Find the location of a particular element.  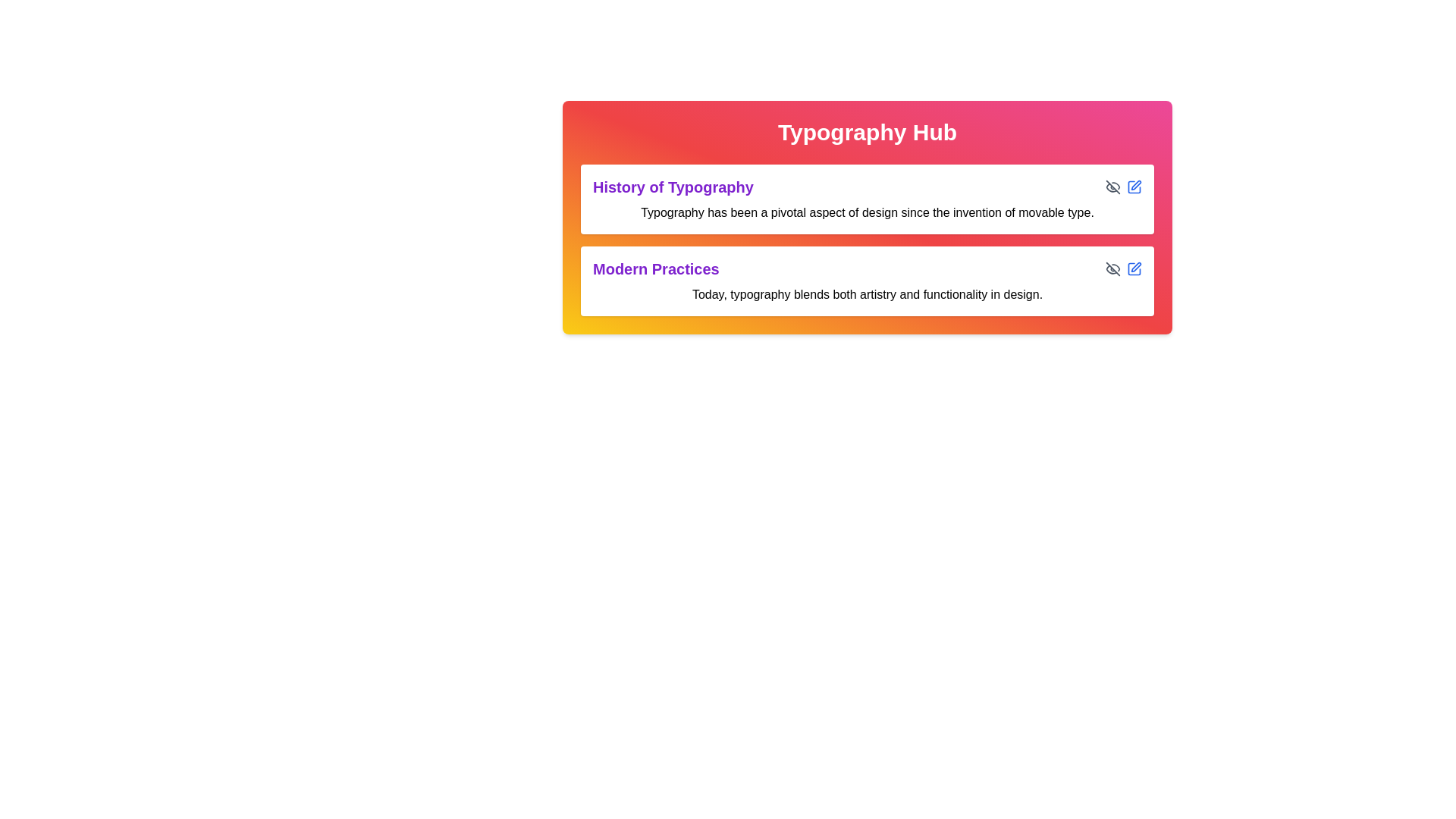

the leftmost icon button on the right side of the section is located at coordinates (1113, 268).